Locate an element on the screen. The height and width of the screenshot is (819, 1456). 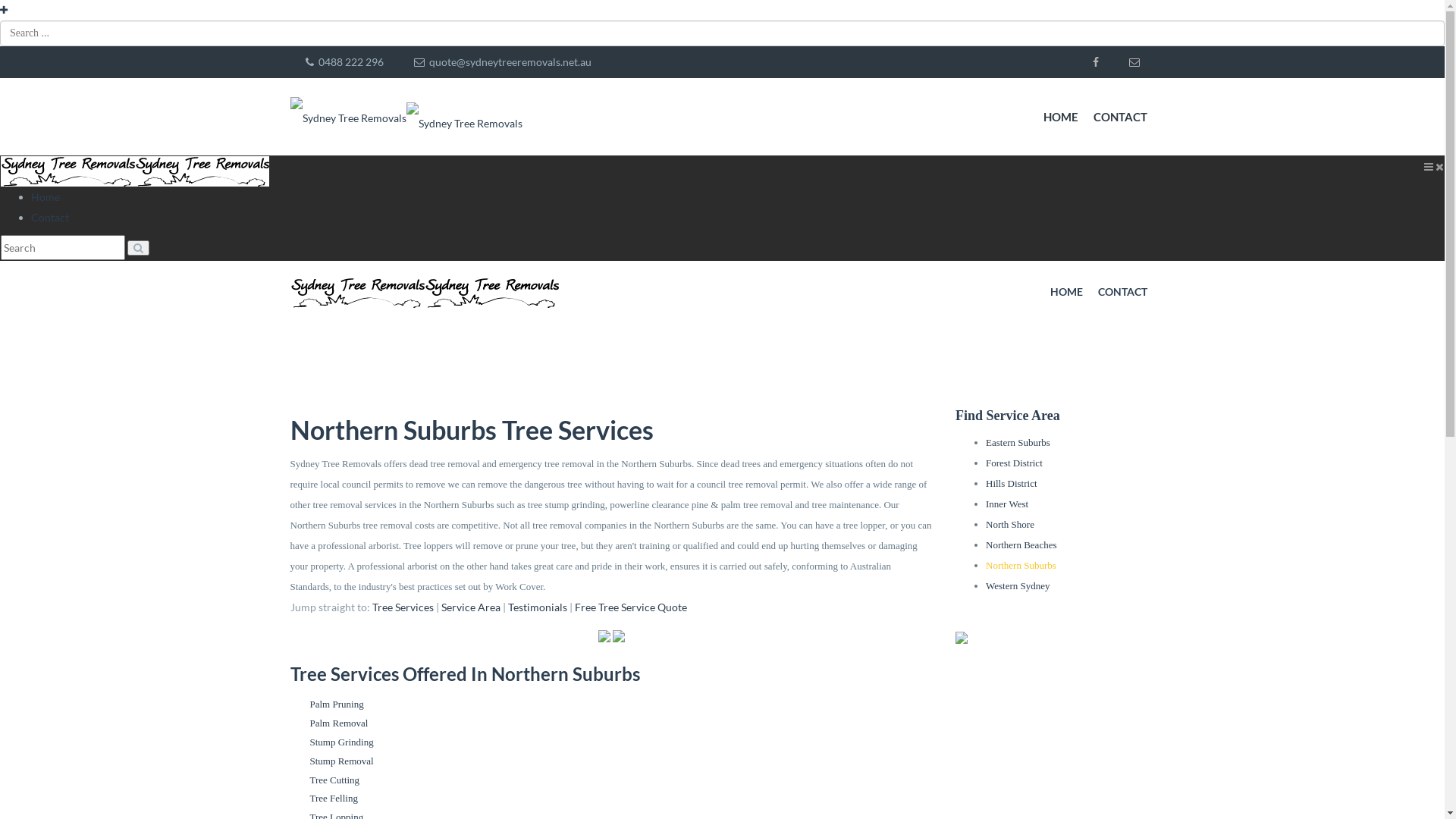
'HOME' is located at coordinates (1040, 292).